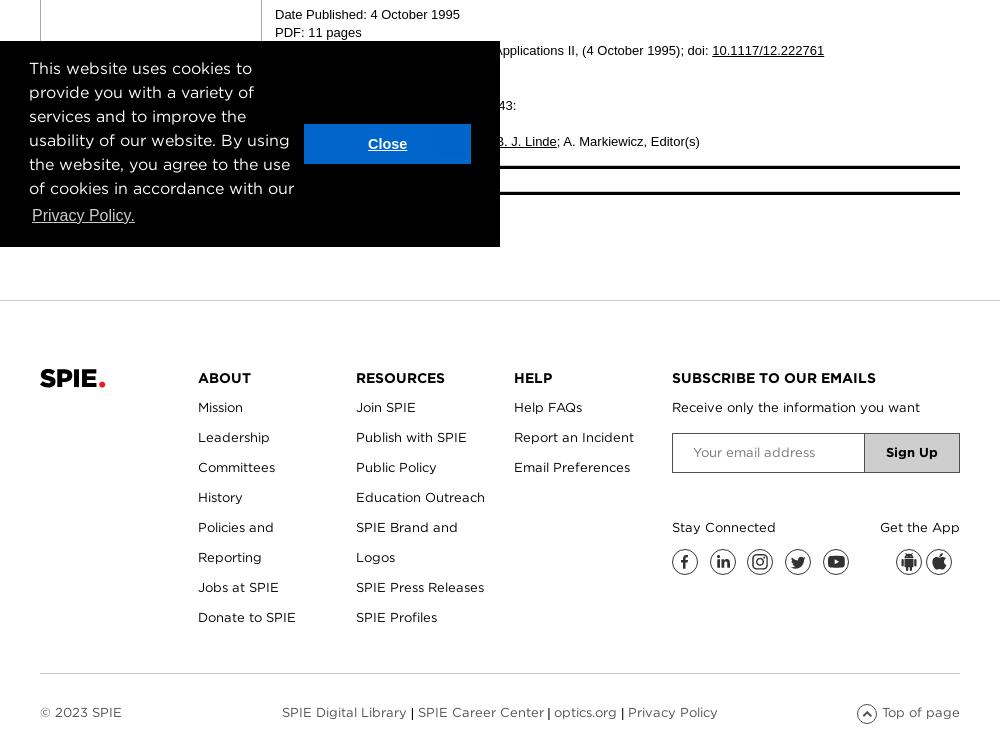 This screenshot has height=753, width=1000. What do you see at coordinates (404, 140) in the screenshot?
I see `'Piotr Kwiek'` at bounding box center [404, 140].